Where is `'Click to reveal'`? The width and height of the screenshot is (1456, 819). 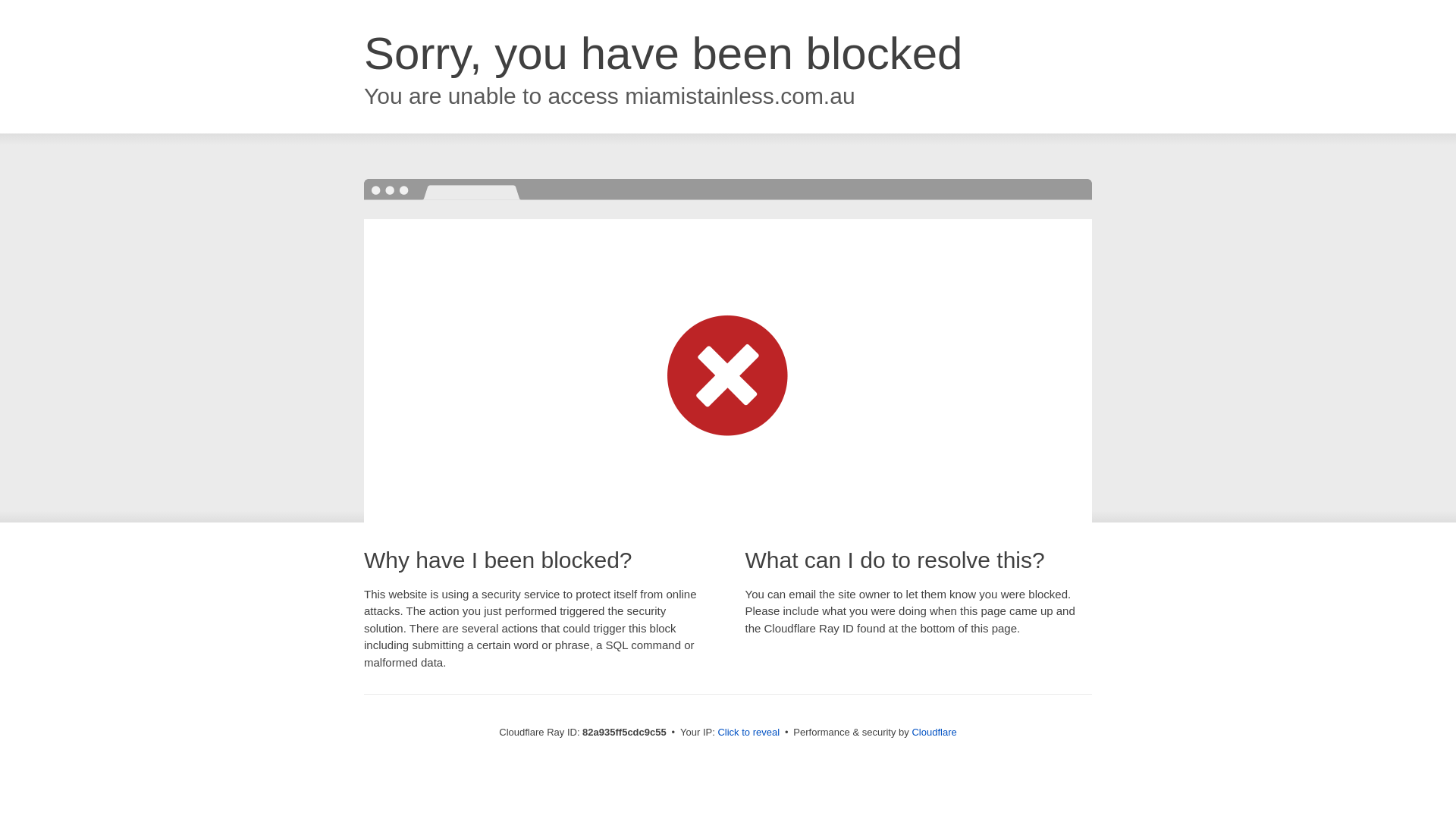 'Click to reveal' is located at coordinates (748, 731).